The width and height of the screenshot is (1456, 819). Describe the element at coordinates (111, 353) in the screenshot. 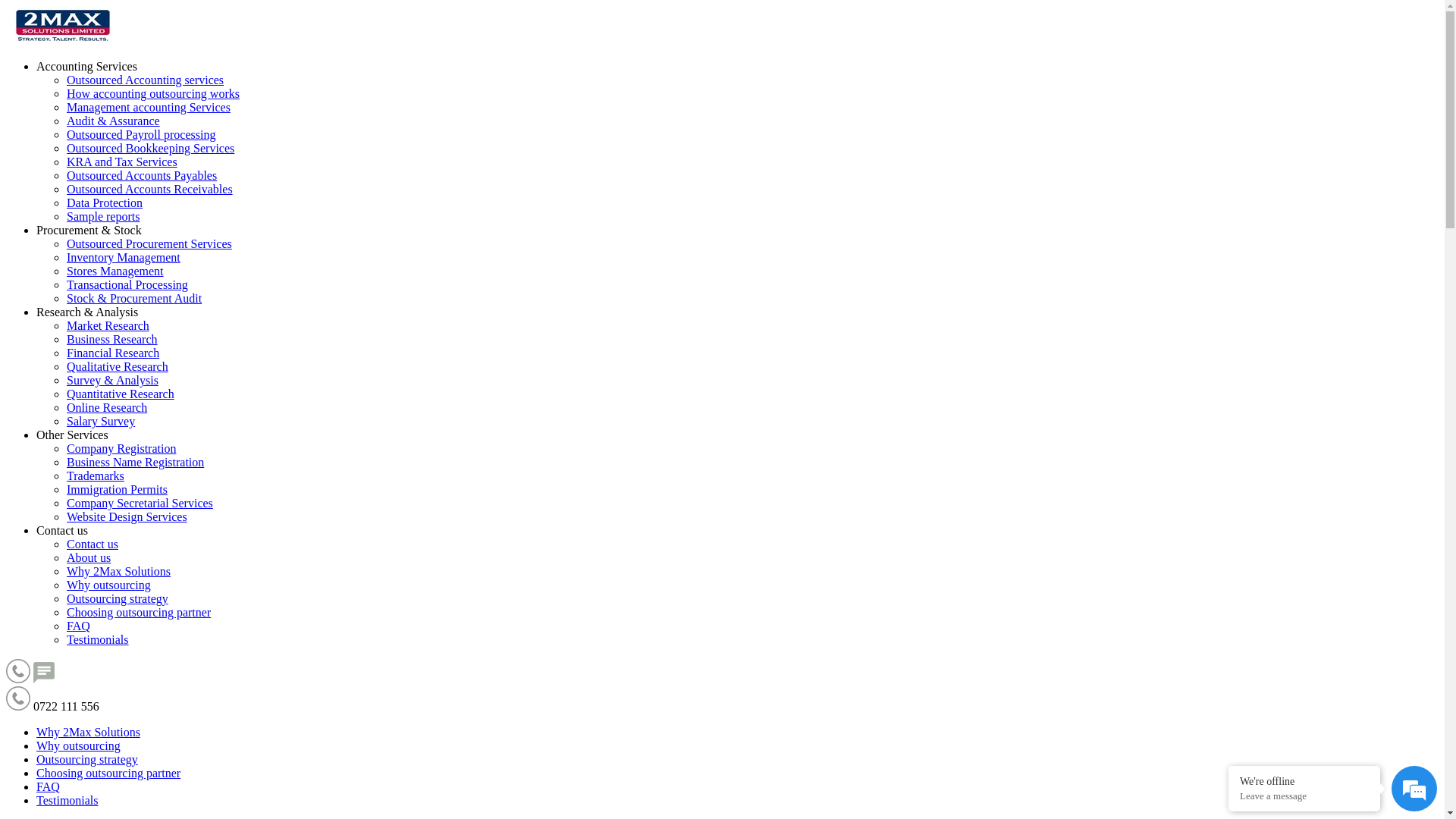

I see `'Financial Research'` at that location.